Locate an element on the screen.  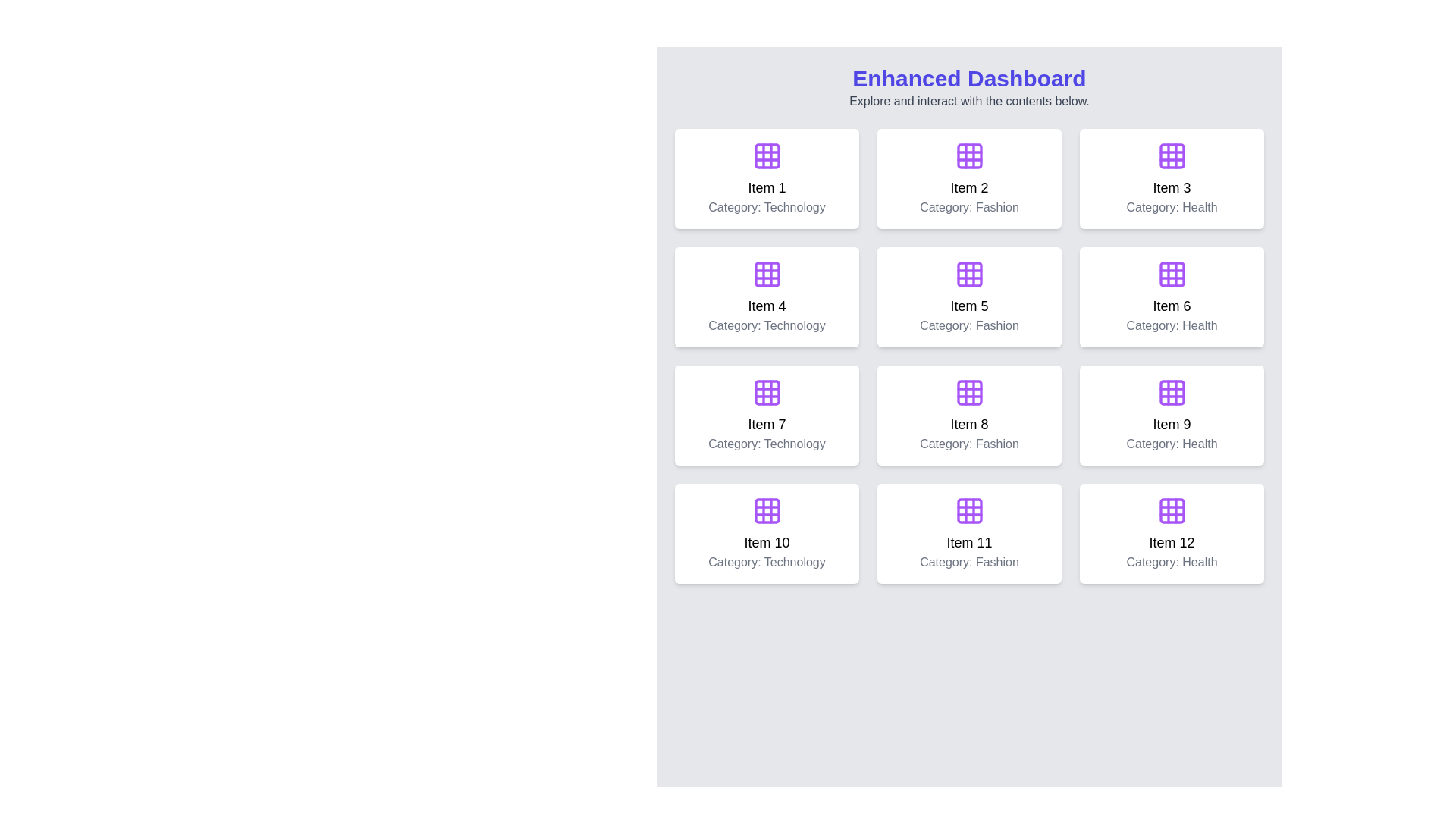
the non-interactive information card displaying 'Item 12' in the bottom-right corner of the grid layout is located at coordinates (1171, 533).